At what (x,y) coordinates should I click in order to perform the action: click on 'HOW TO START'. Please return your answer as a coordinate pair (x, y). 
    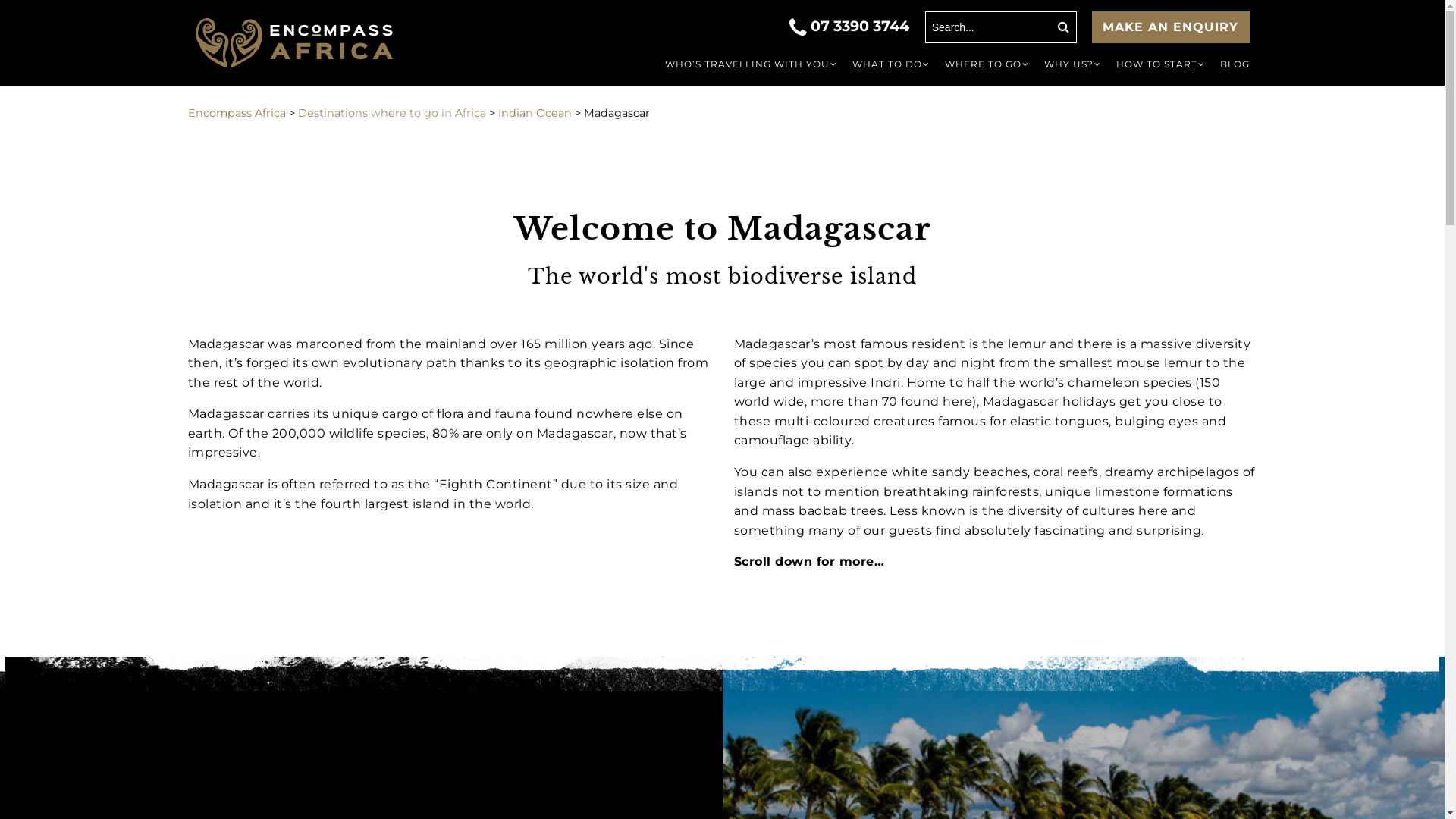
    Looking at the image, I should click on (1109, 63).